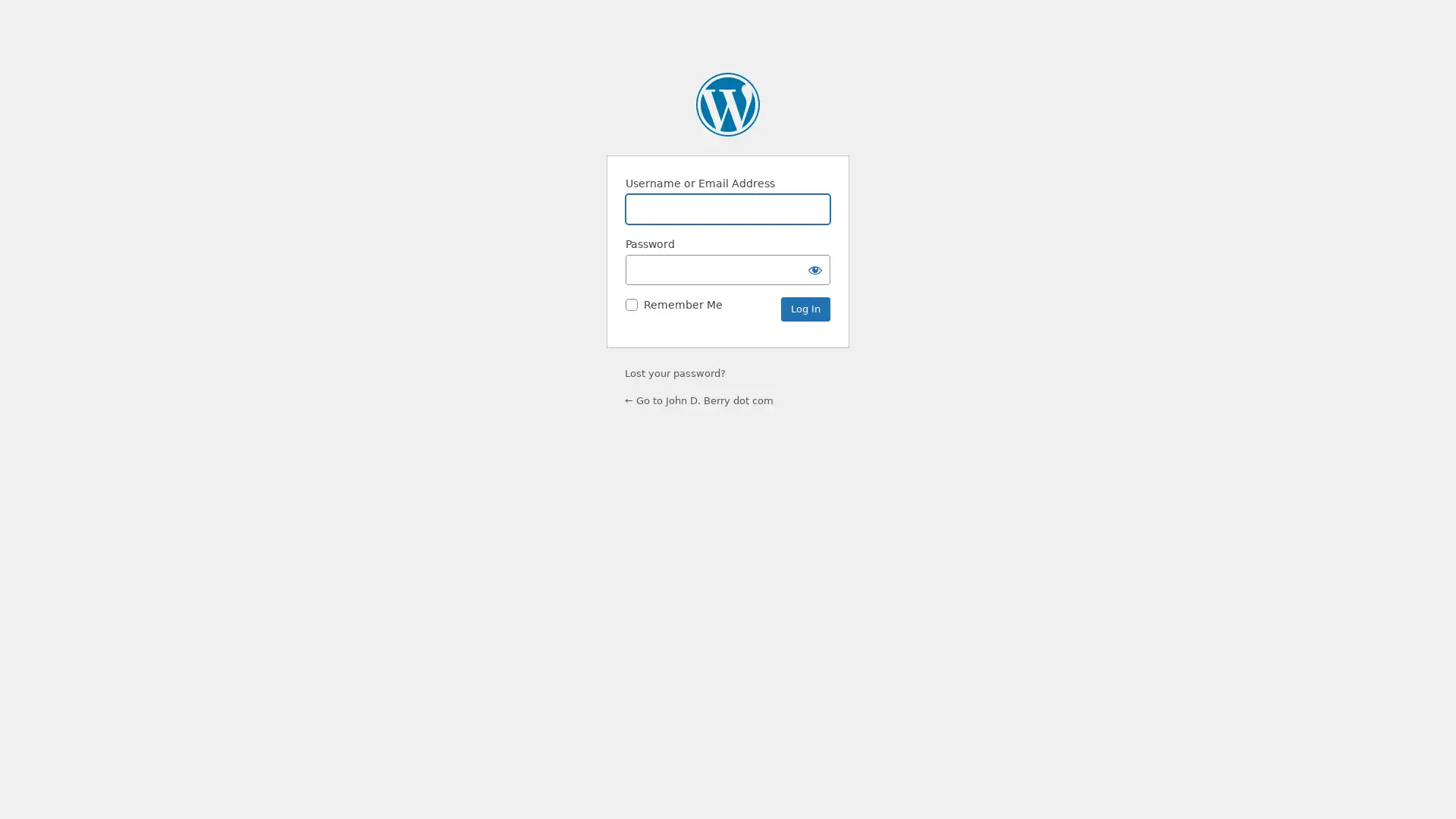 This screenshot has width=1456, height=819. What do you see at coordinates (805, 309) in the screenshot?
I see `Log In` at bounding box center [805, 309].